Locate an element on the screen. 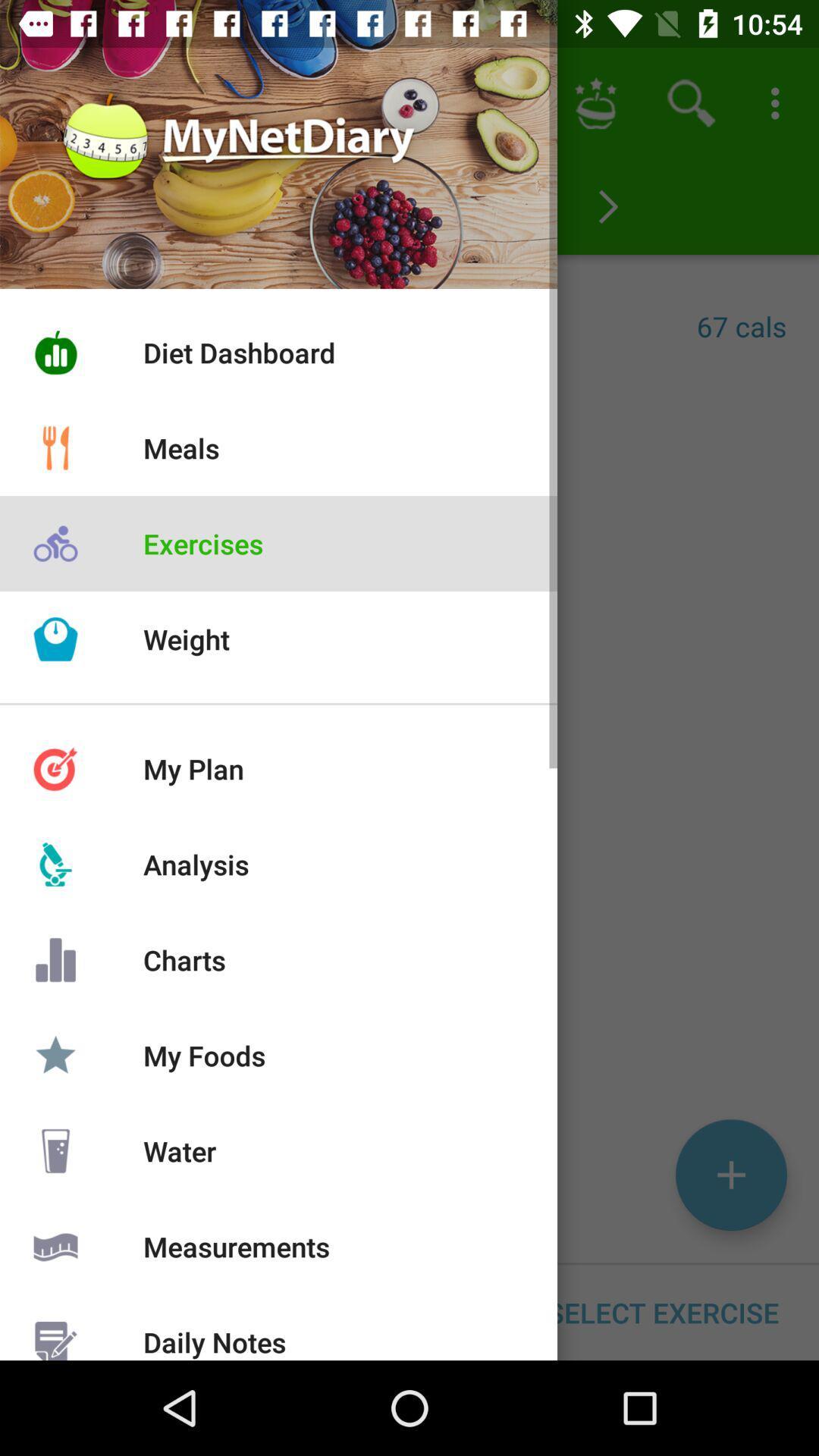 The image size is (819, 1456). the add icon is located at coordinates (730, 1174).